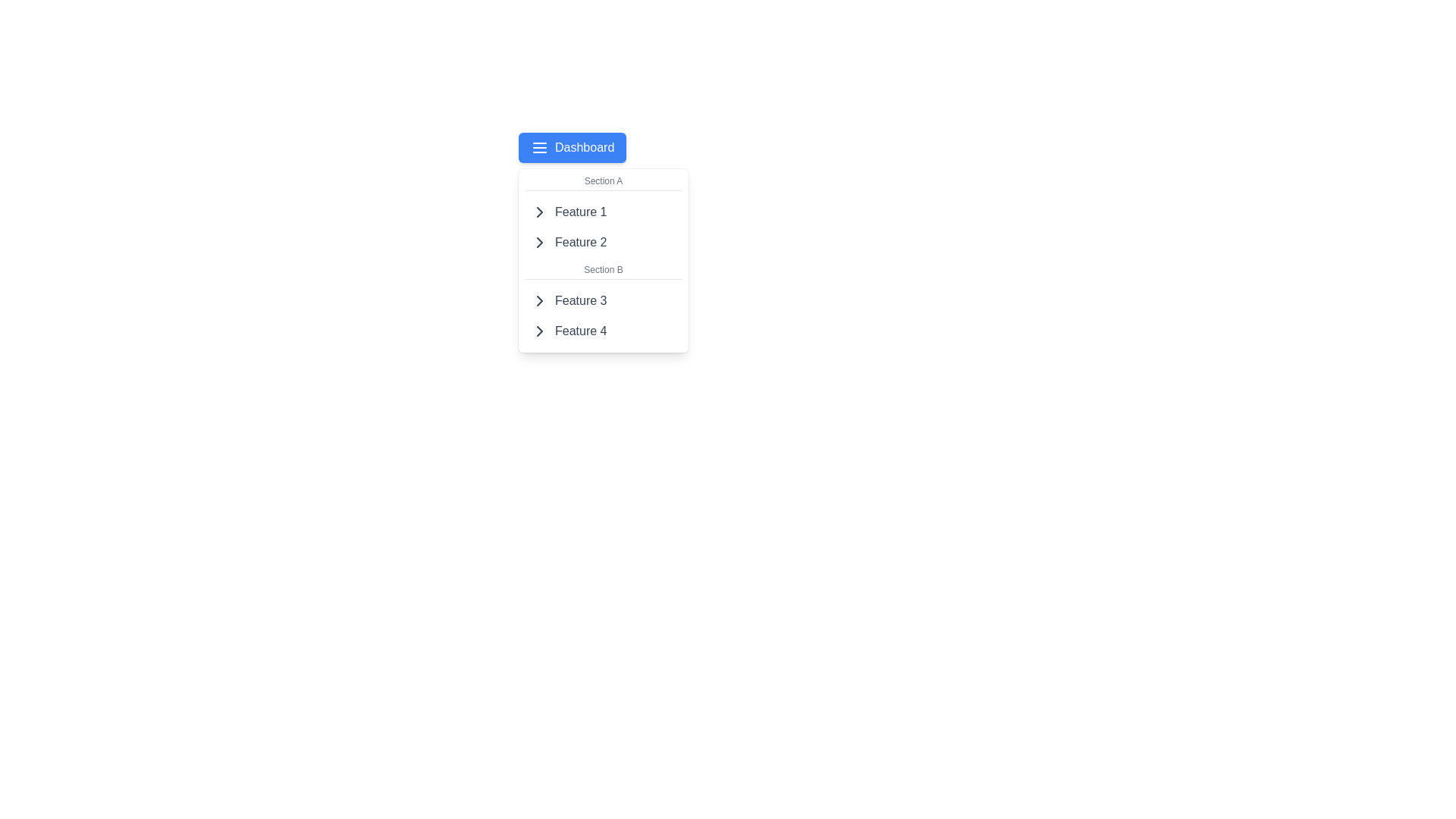  Describe the element at coordinates (539, 212) in the screenshot. I see `the first icon adjacent to 'Feature 1' in the dropdown menu under 'Section A'` at that location.